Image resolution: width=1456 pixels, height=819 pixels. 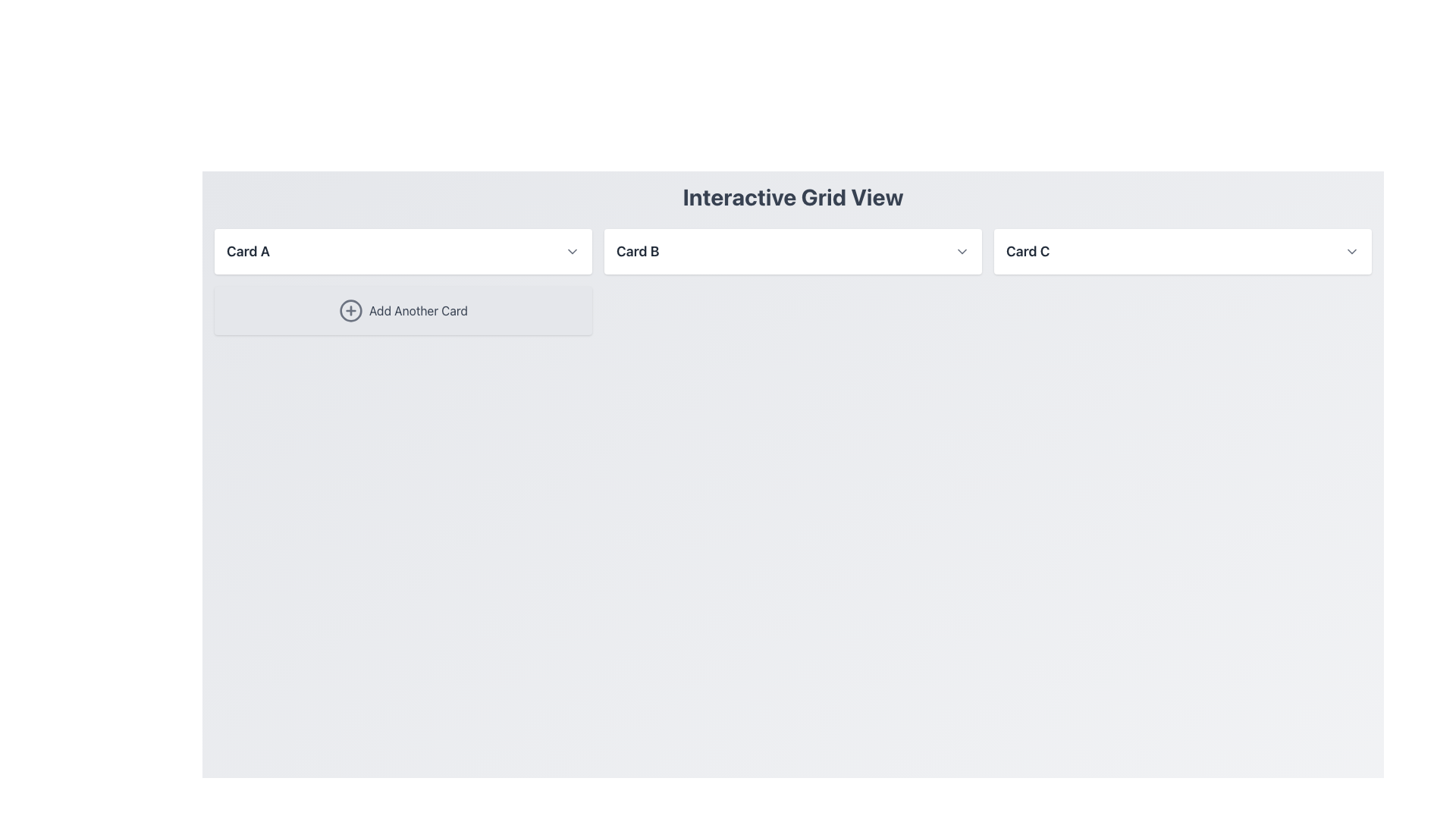 What do you see at coordinates (792, 196) in the screenshot?
I see `the title element labeled 'Interactive Grid View', which is positioned at the top of the interface and serves as the heading for the section` at bounding box center [792, 196].